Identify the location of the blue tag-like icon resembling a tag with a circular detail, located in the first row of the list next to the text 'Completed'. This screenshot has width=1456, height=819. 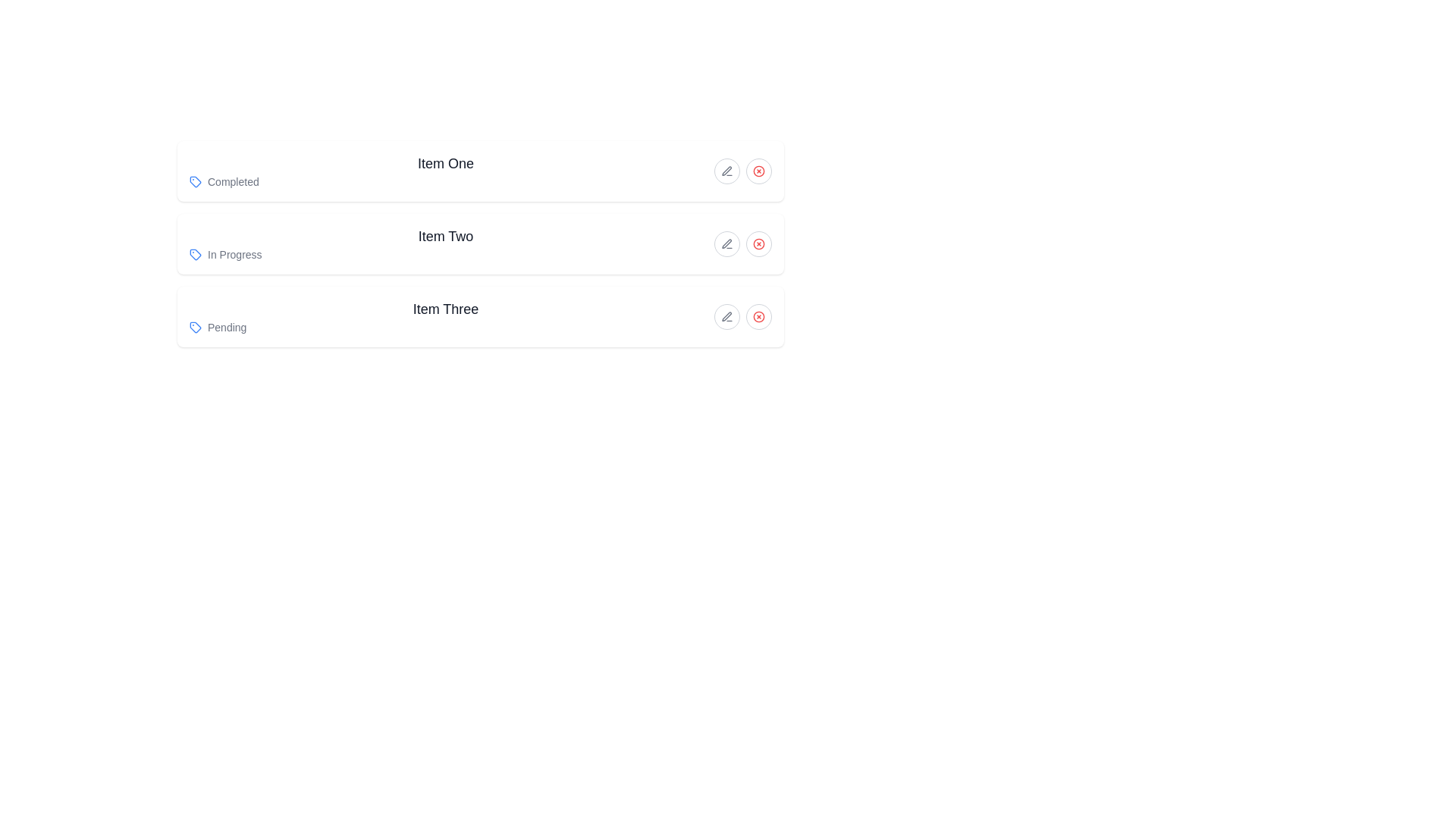
(195, 180).